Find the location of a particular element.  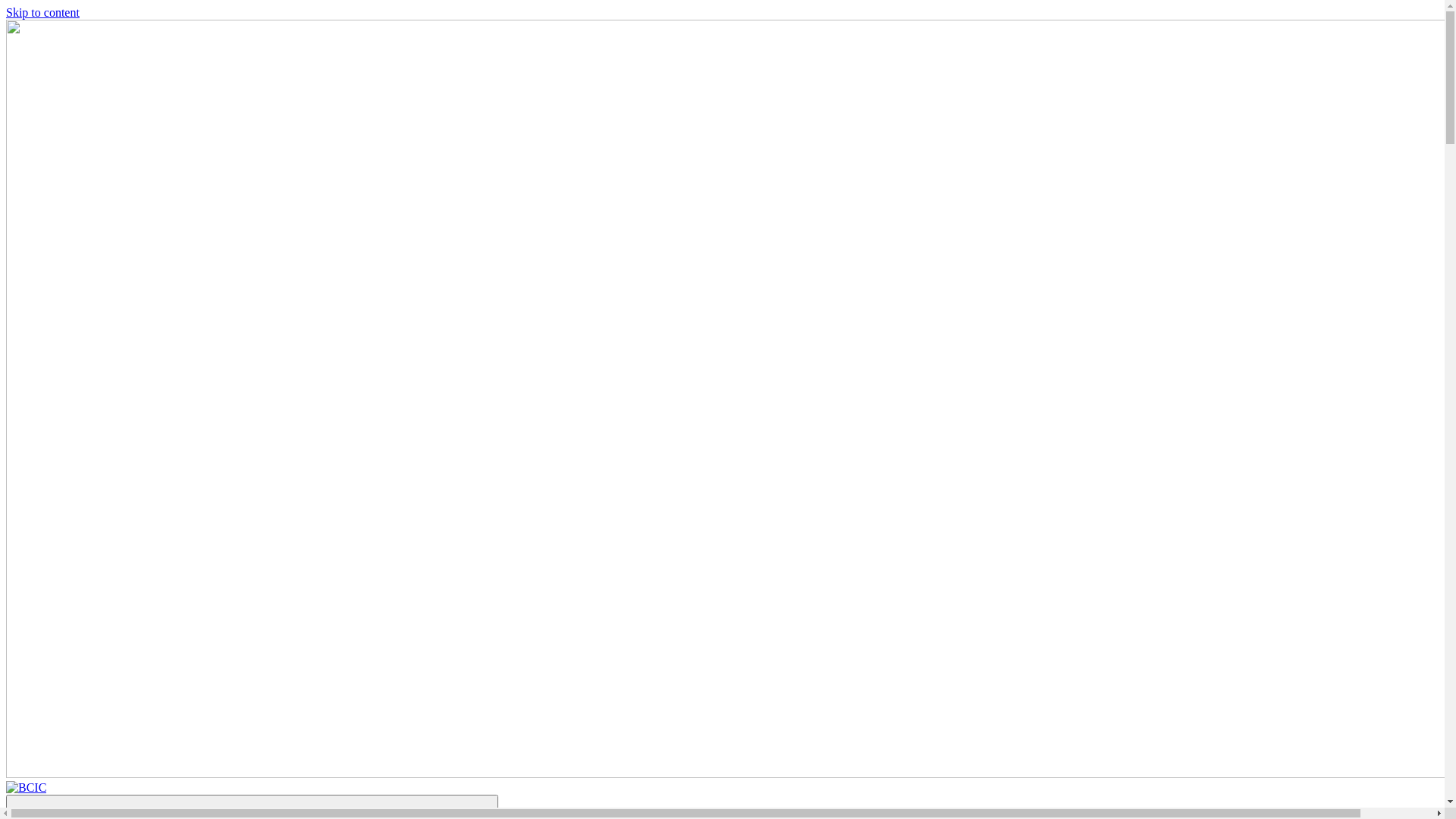

'Skip to content' is located at coordinates (42, 12).